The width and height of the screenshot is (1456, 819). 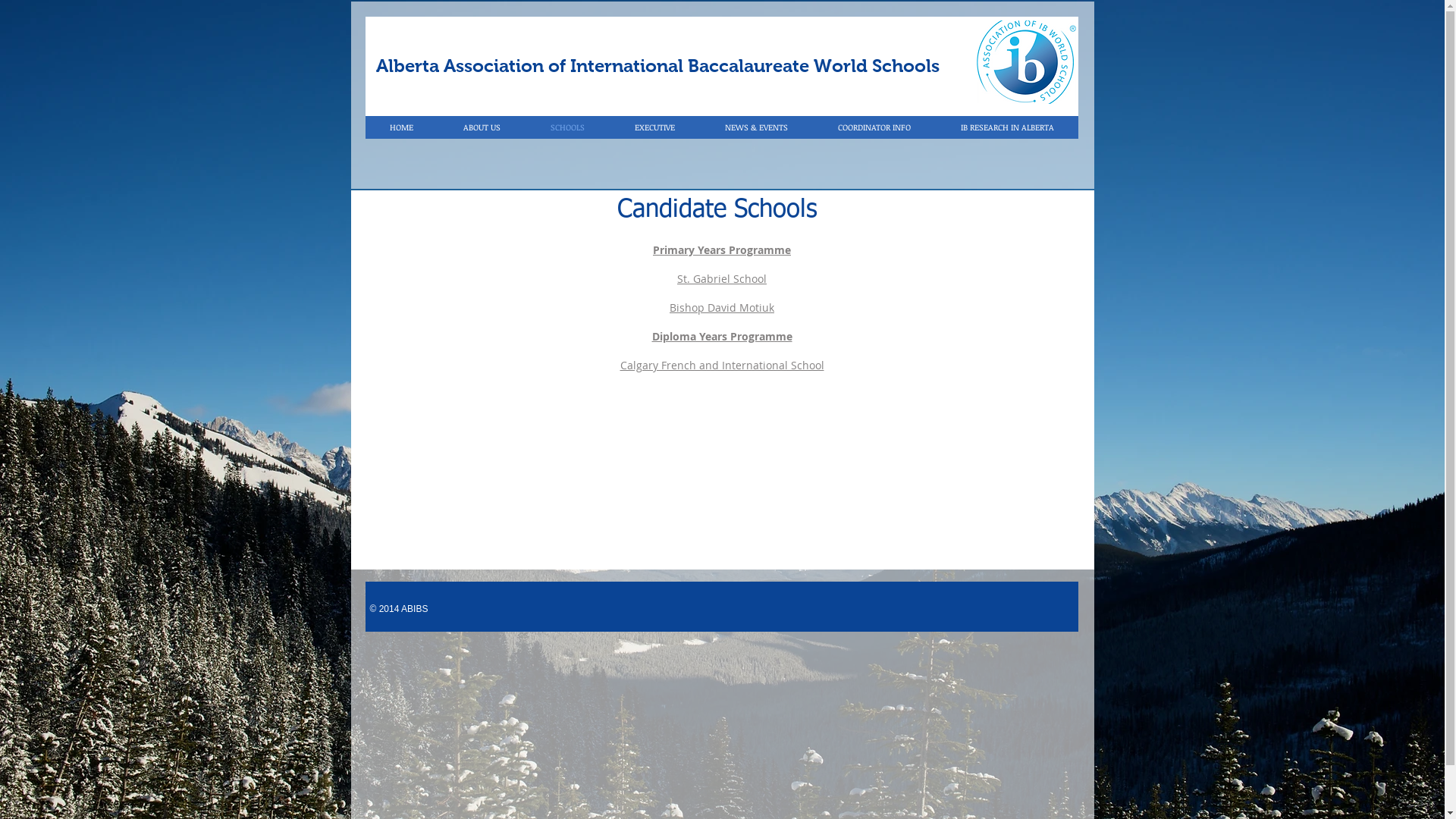 What do you see at coordinates (934, 127) in the screenshot?
I see `'IB RESEARCH IN ALBERTA'` at bounding box center [934, 127].